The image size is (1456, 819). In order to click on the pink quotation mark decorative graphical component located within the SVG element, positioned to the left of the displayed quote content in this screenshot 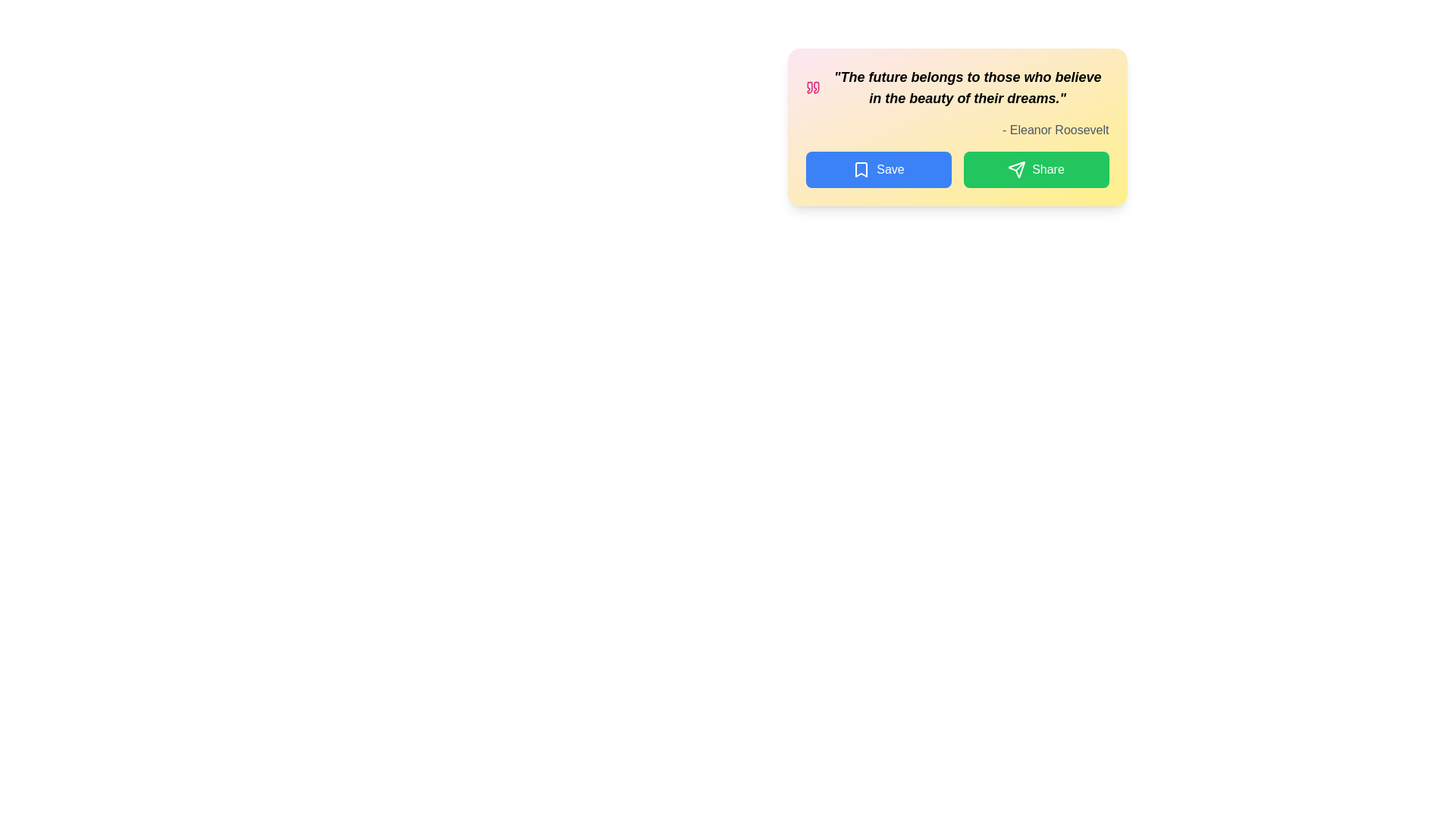, I will do `click(815, 87)`.